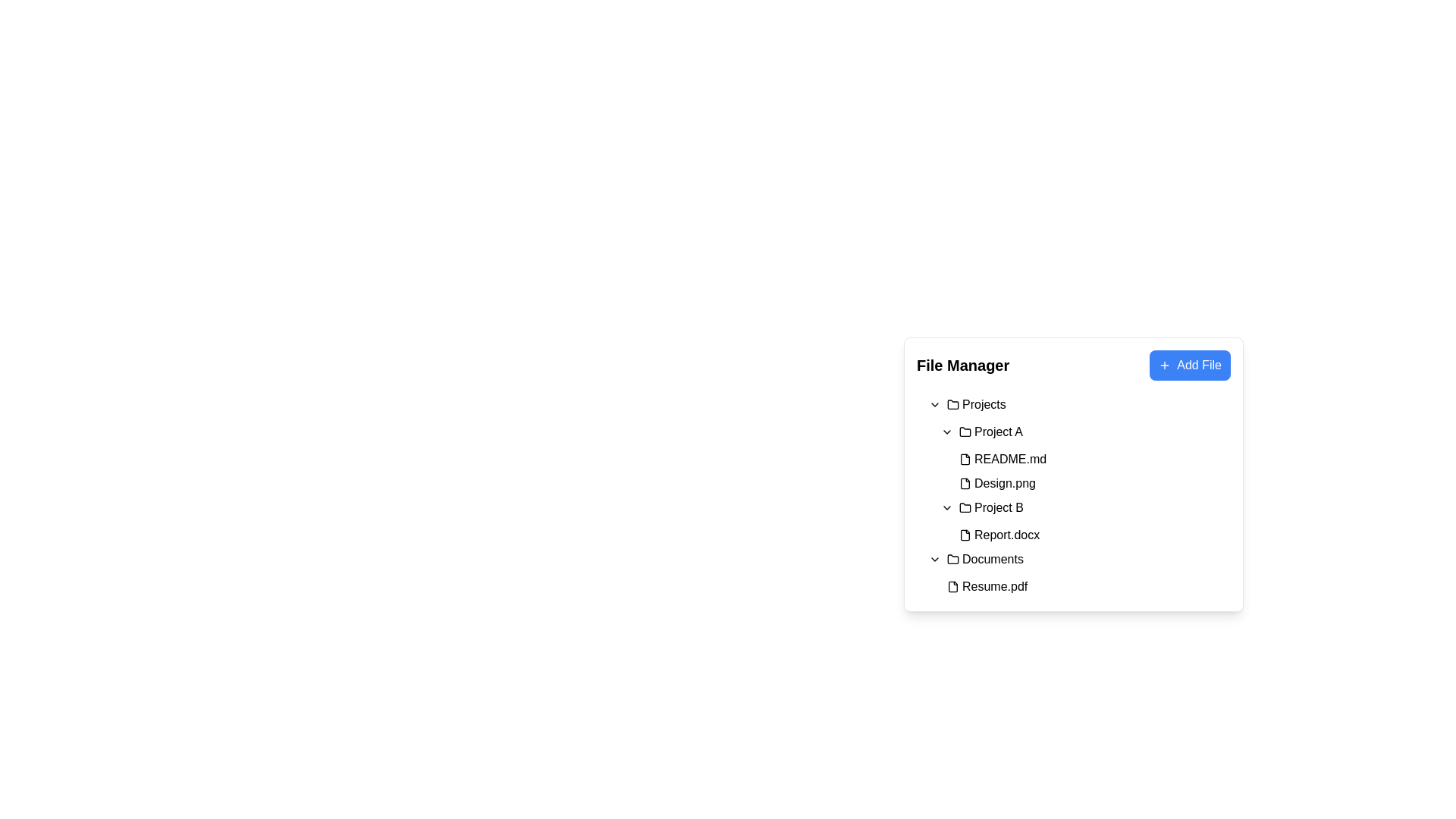 Image resolution: width=1456 pixels, height=819 pixels. What do you see at coordinates (1079, 457) in the screenshot?
I see `the file item labeled 'README.md', which is the first file under the 'Project A' folder in the file manager` at bounding box center [1079, 457].